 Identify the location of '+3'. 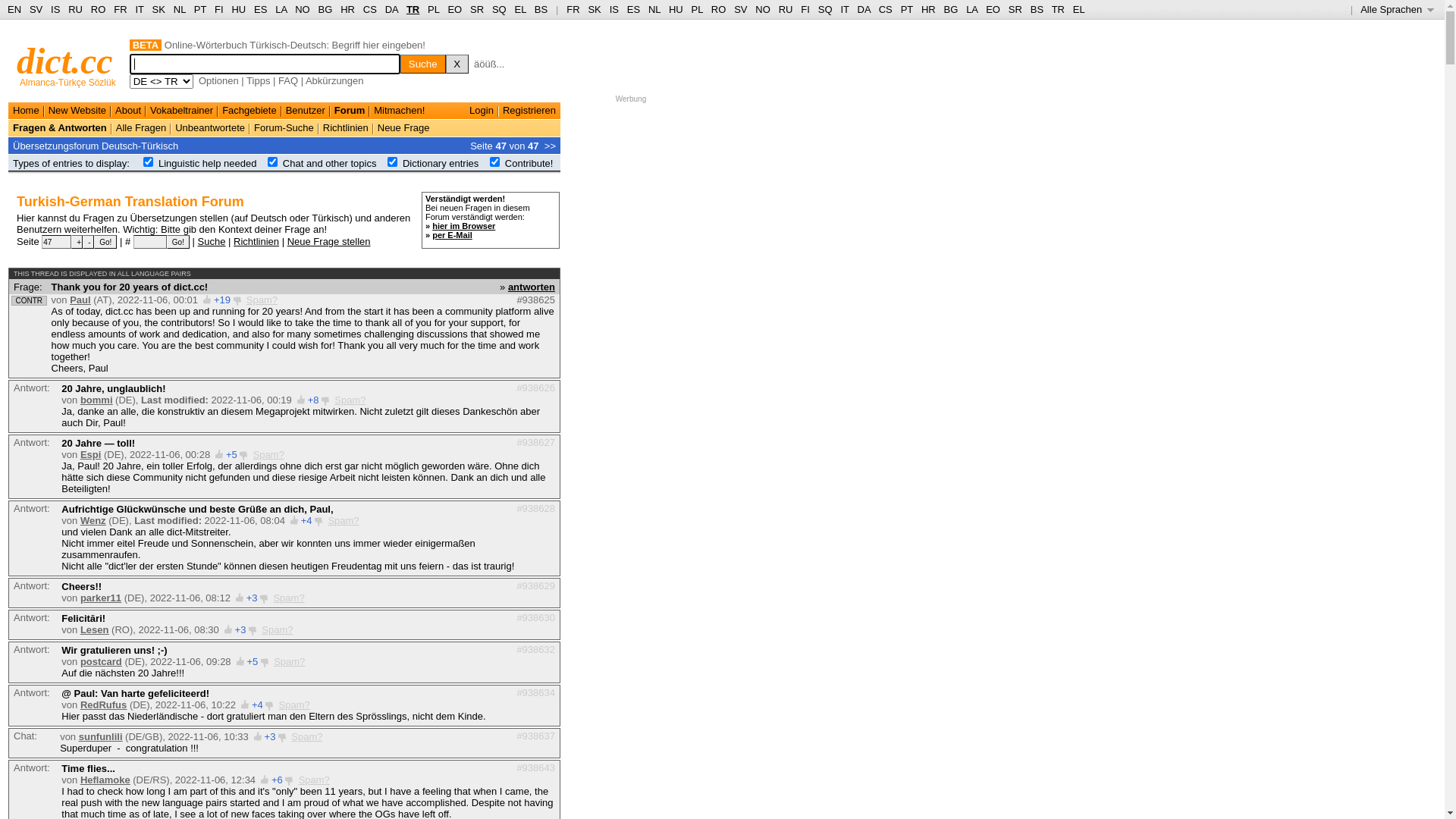
(252, 597).